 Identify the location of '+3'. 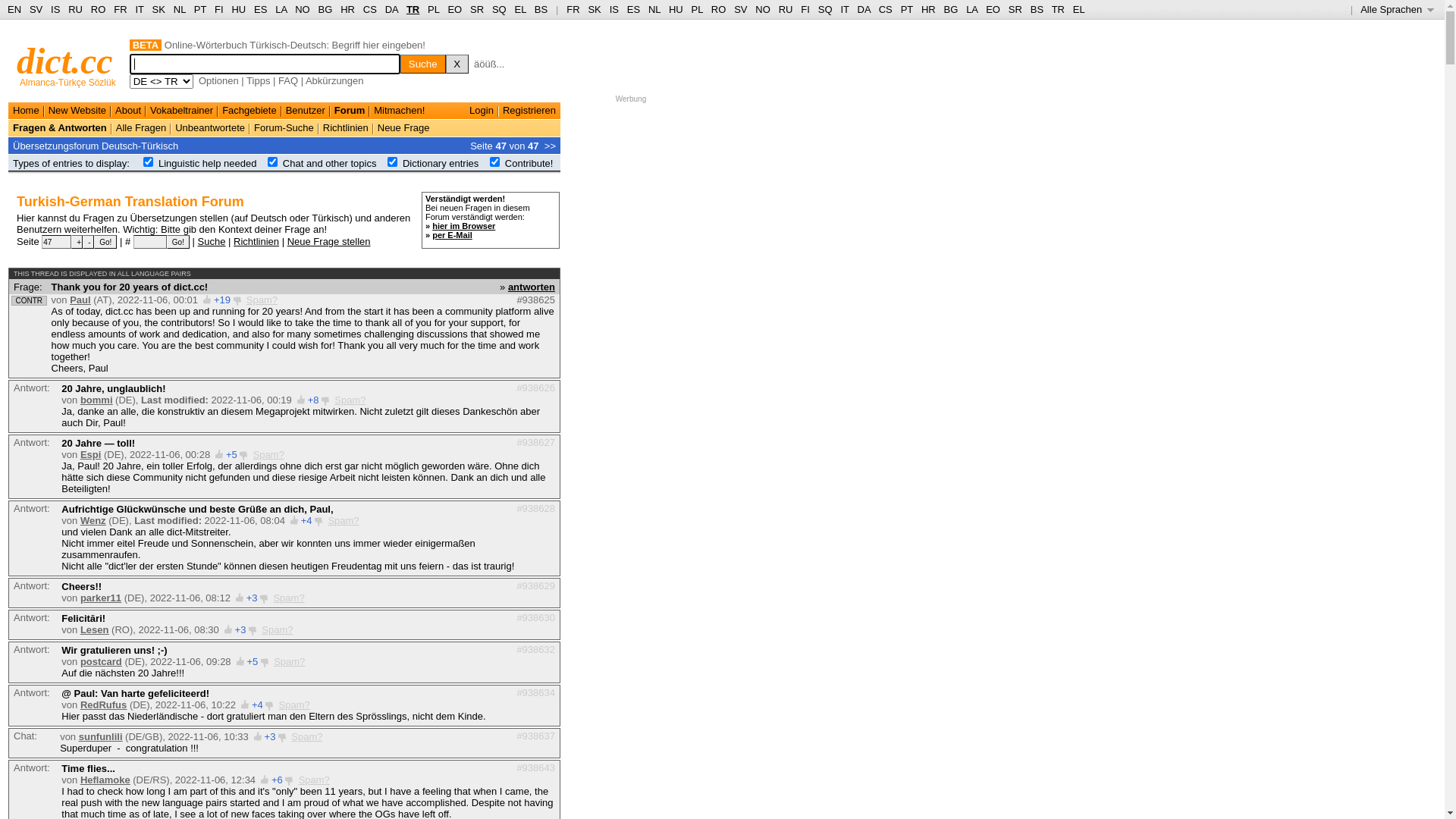
(252, 597).